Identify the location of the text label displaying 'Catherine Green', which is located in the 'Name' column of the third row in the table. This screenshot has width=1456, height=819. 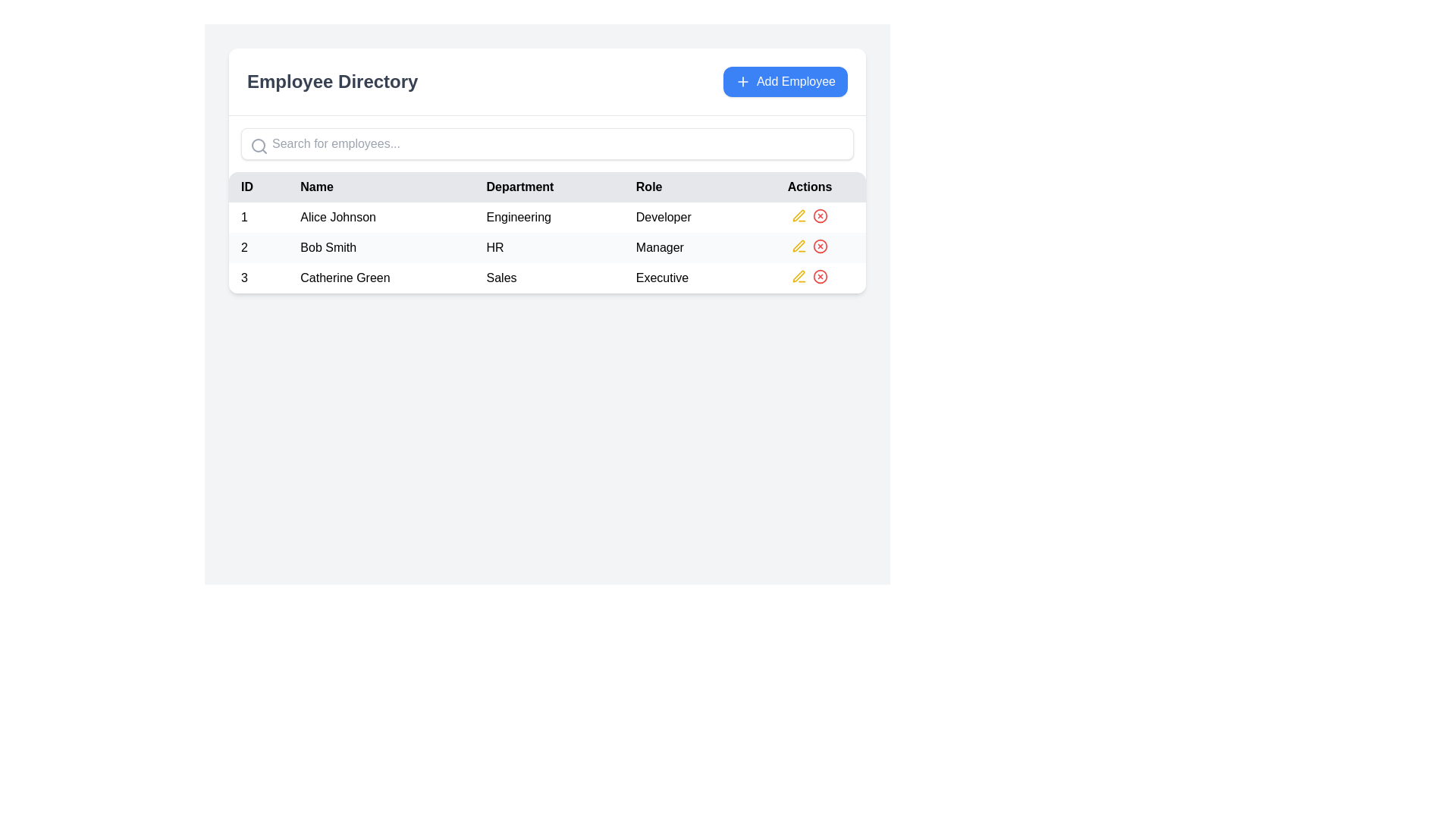
(381, 278).